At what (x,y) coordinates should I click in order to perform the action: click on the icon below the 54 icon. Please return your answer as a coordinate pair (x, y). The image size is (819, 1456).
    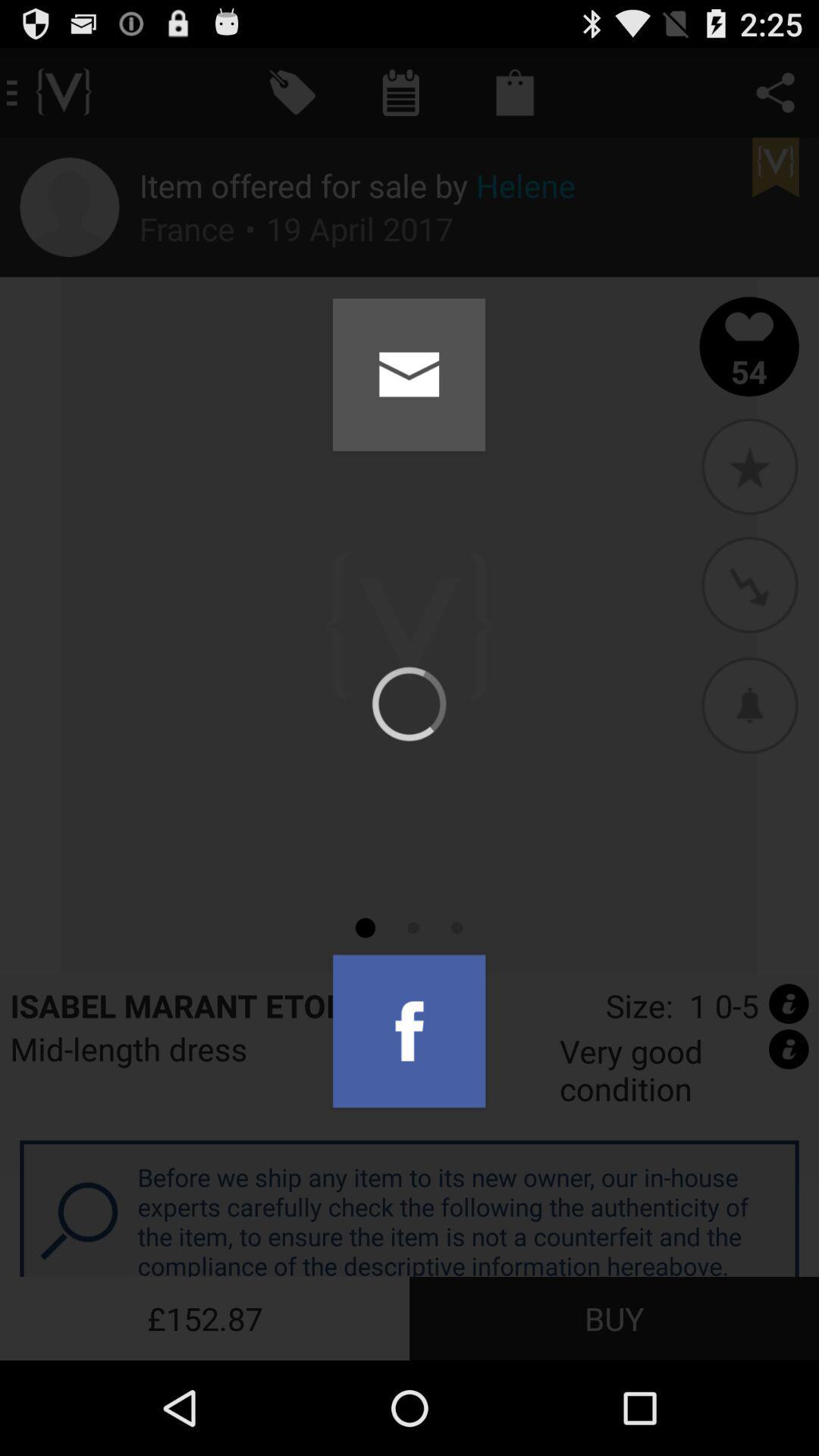
    Looking at the image, I should click on (748, 465).